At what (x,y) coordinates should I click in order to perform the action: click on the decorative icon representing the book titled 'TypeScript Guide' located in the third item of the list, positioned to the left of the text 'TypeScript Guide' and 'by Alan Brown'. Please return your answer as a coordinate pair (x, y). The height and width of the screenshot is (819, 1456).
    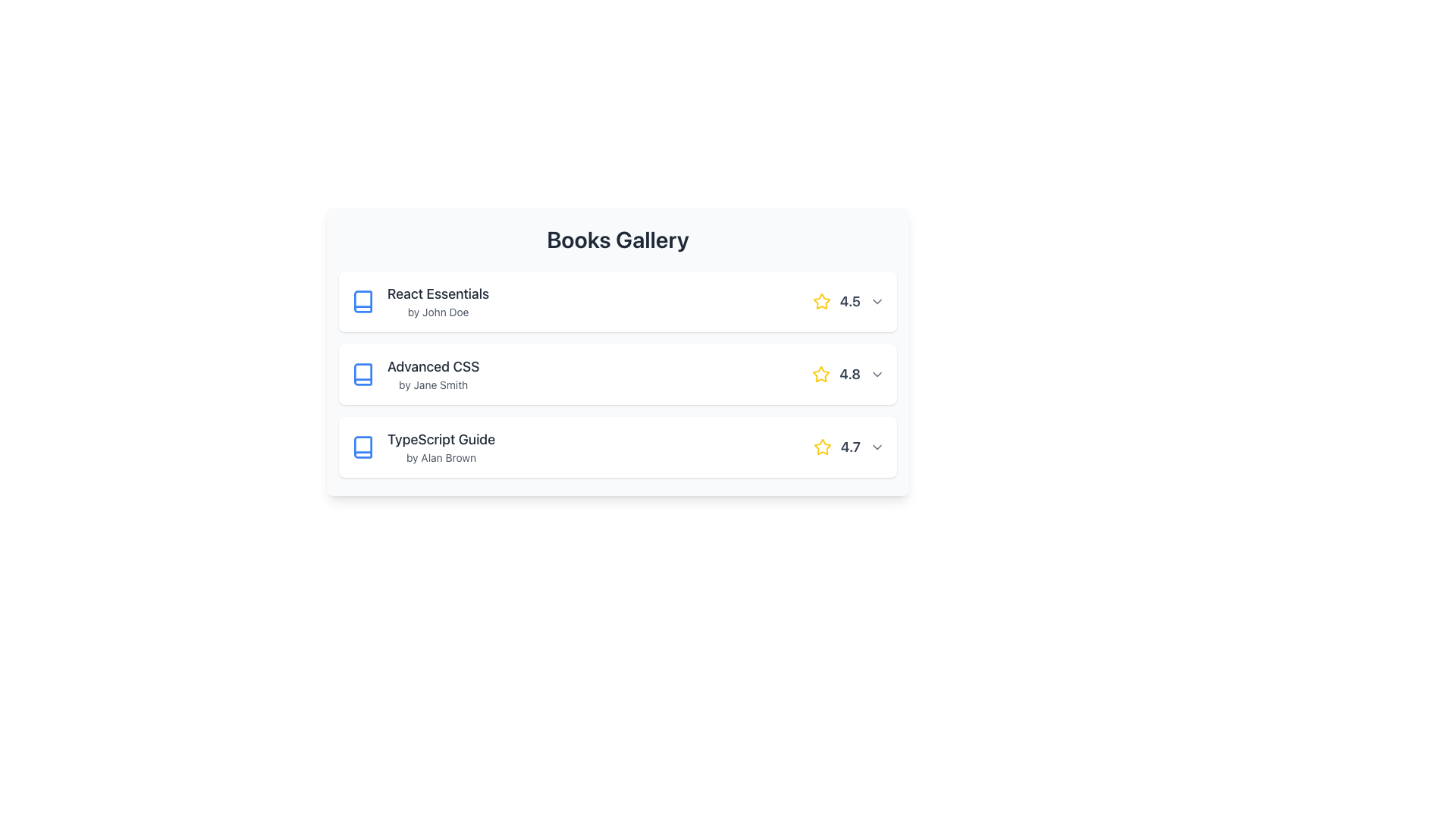
    Looking at the image, I should click on (362, 447).